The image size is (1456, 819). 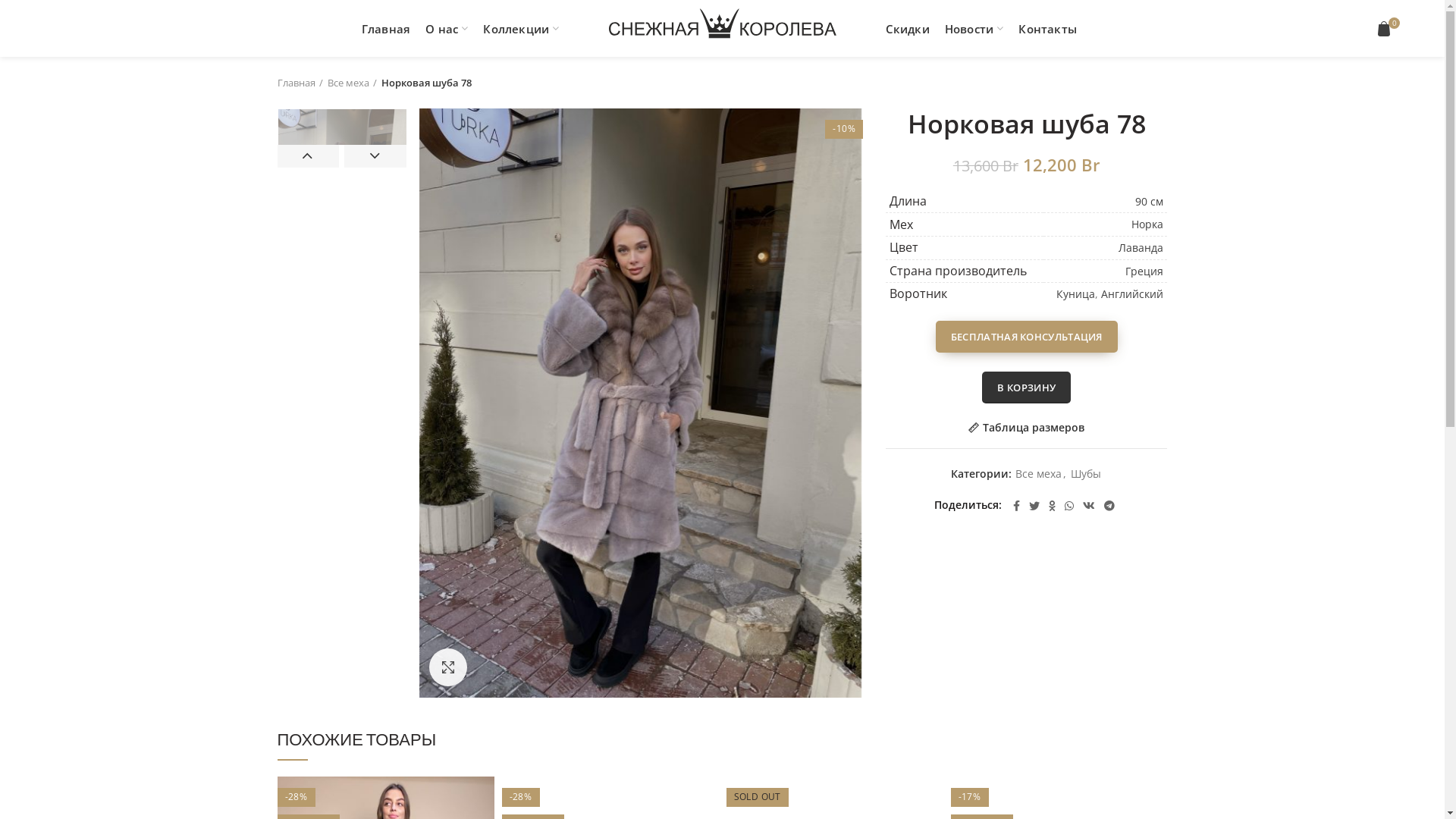 I want to click on 'Odnoklassniki', so click(x=1051, y=506).